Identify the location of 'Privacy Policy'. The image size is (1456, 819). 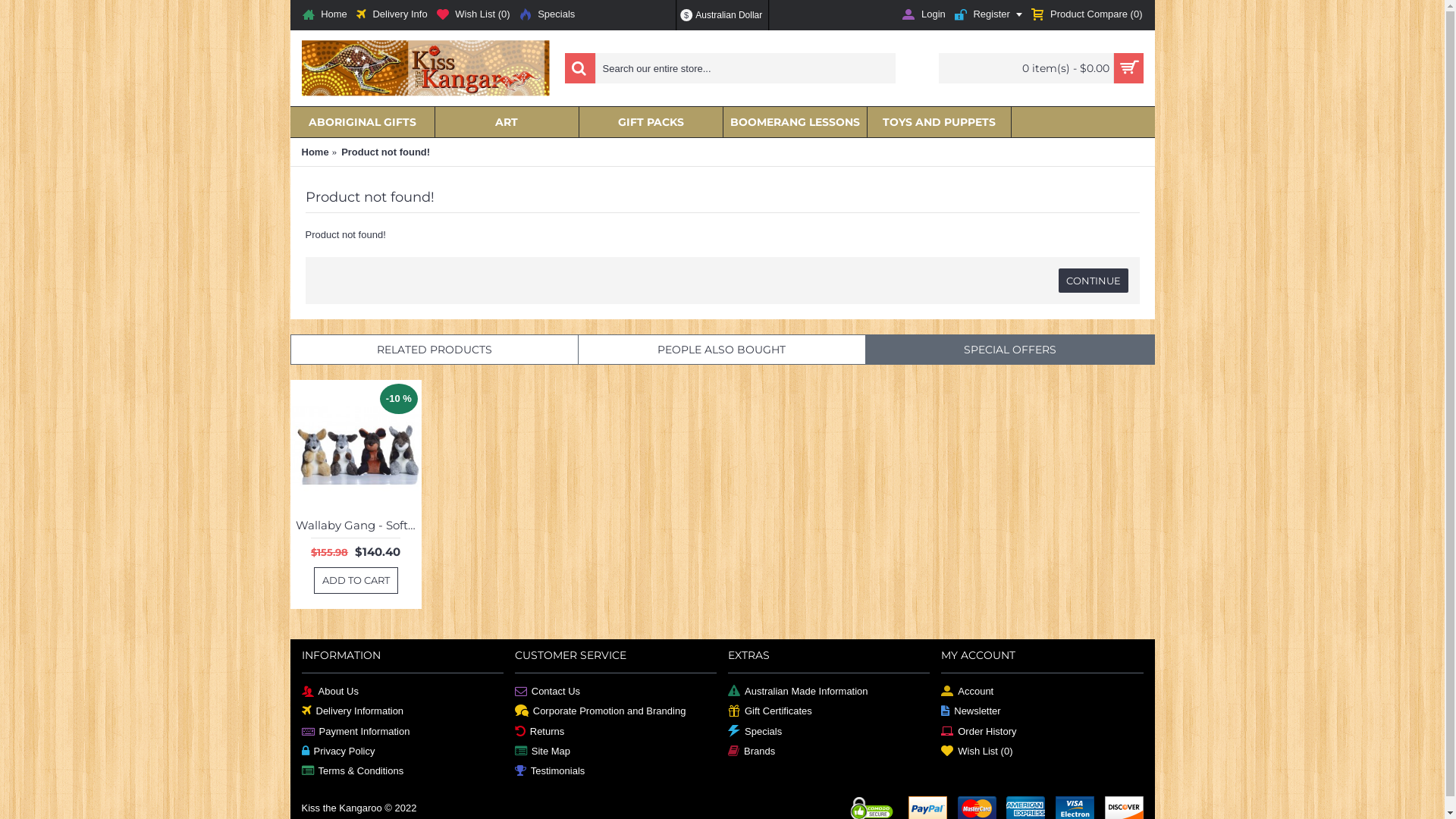
(403, 752).